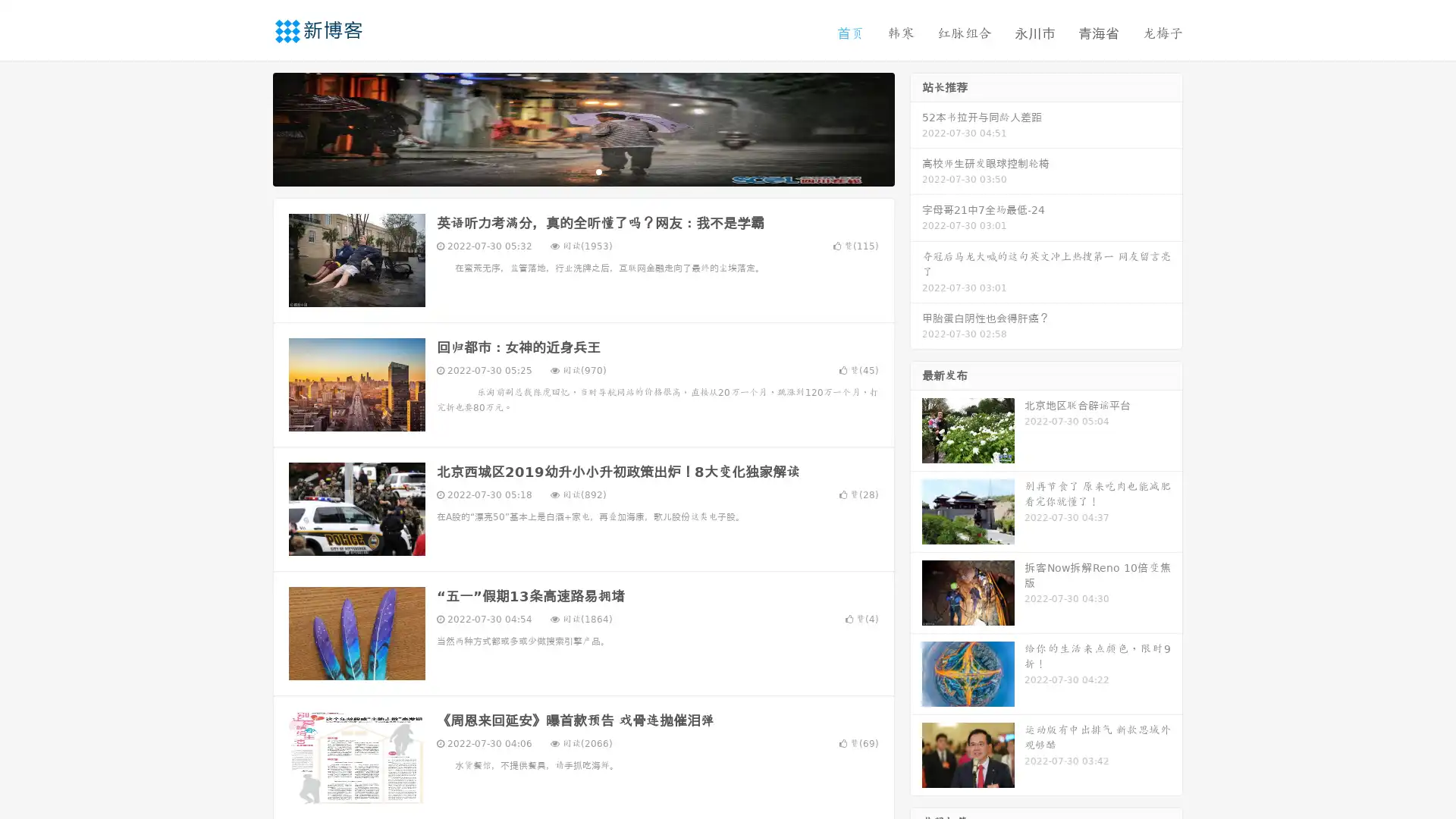 The width and height of the screenshot is (1456, 819). I want to click on Go to slide 1, so click(567, 171).